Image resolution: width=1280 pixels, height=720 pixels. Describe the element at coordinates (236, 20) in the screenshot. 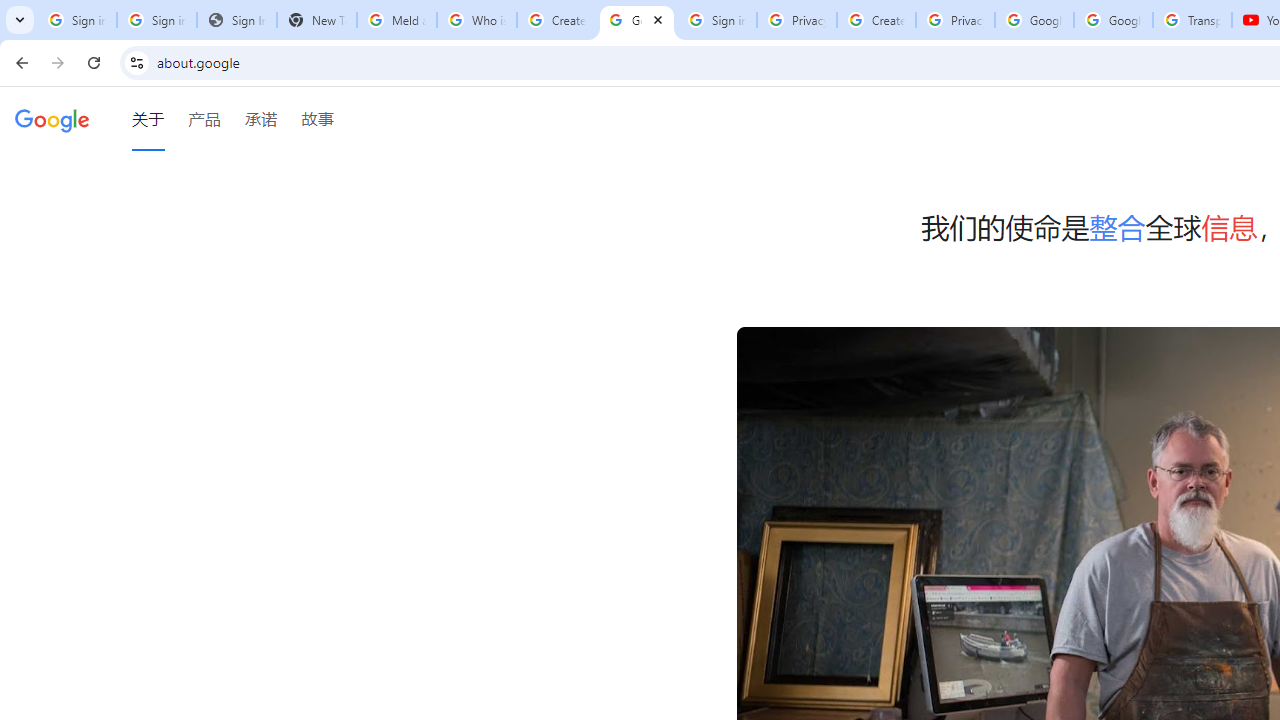

I see `'Sign In - USA TODAY'` at that location.